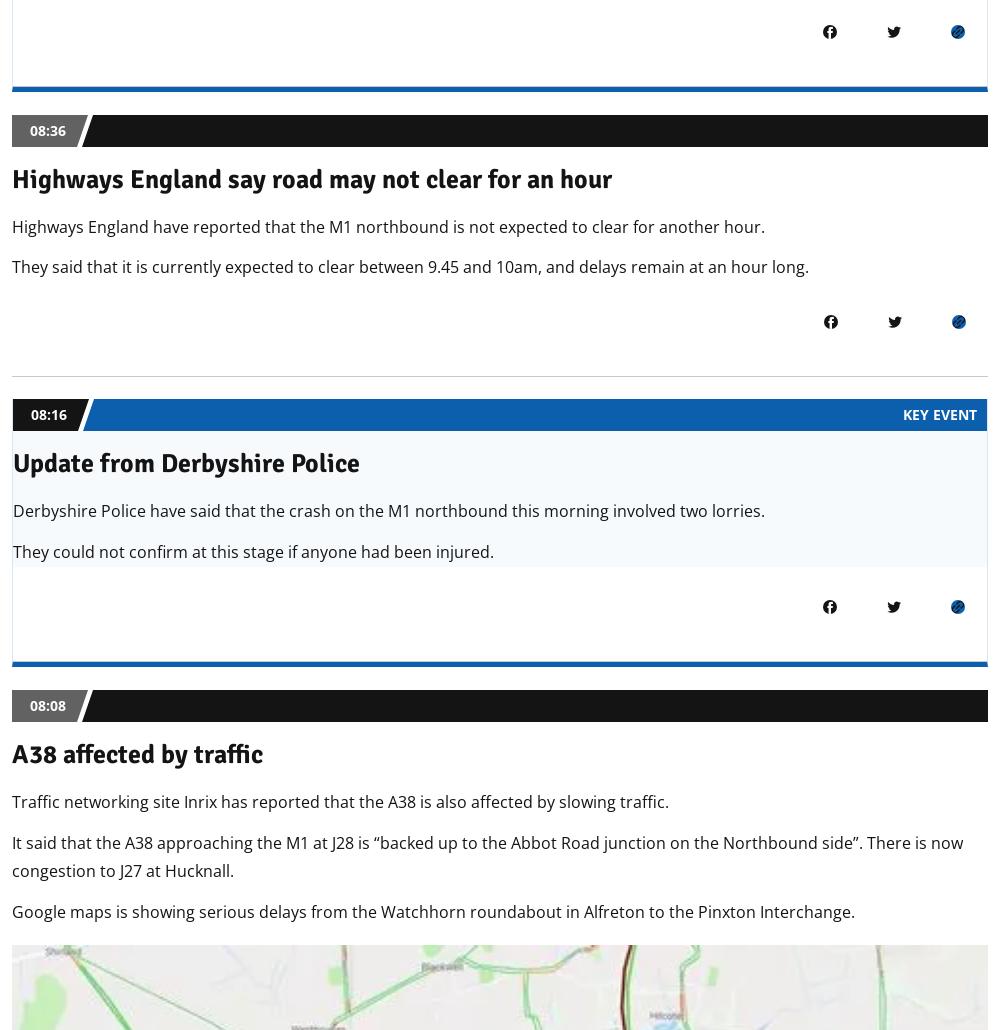 This screenshot has width=1000, height=1030. I want to click on 'KEY EVENT', so click(939, 414).